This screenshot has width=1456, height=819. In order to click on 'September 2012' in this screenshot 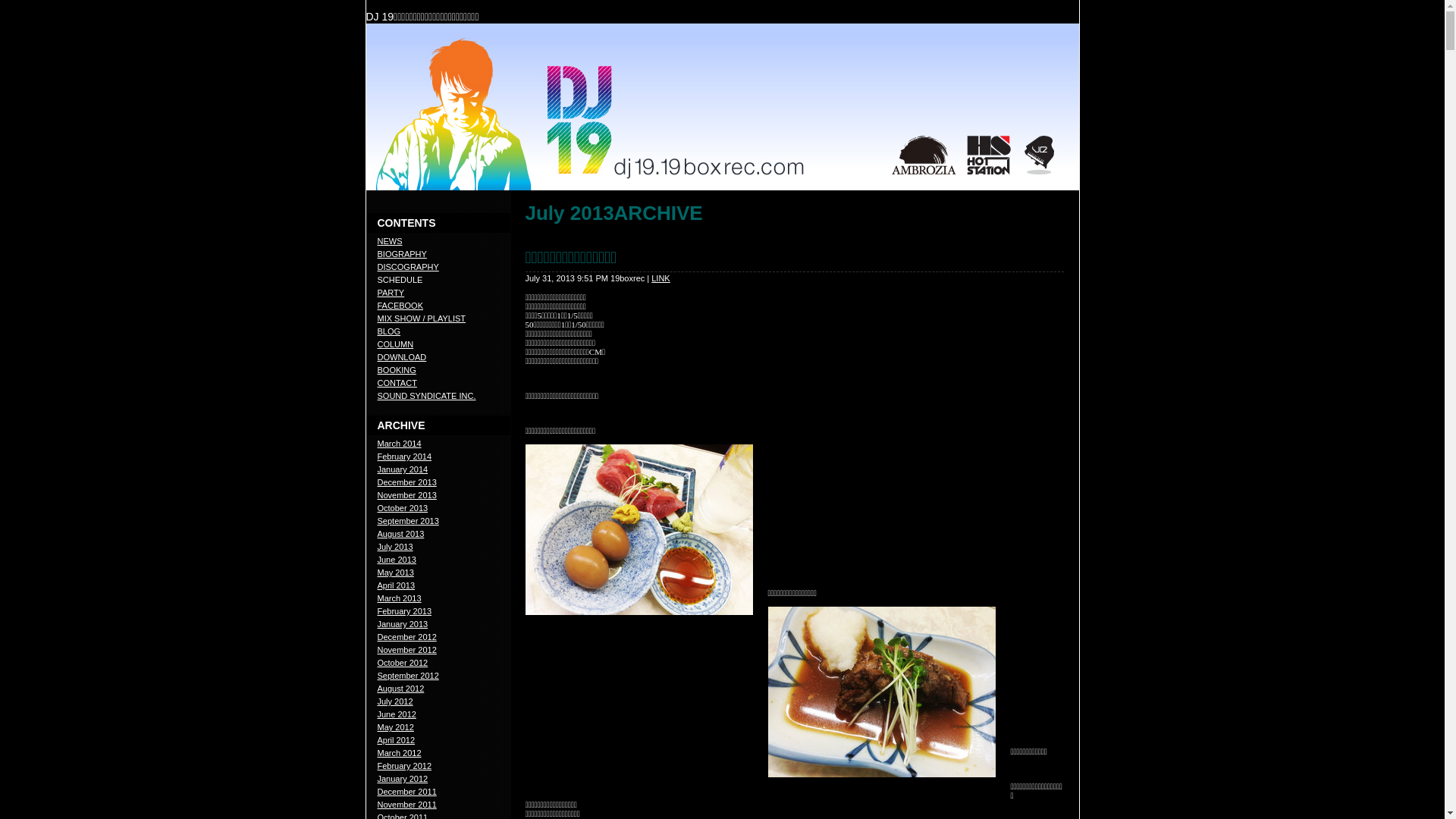, I will do `click(378, 675)`.